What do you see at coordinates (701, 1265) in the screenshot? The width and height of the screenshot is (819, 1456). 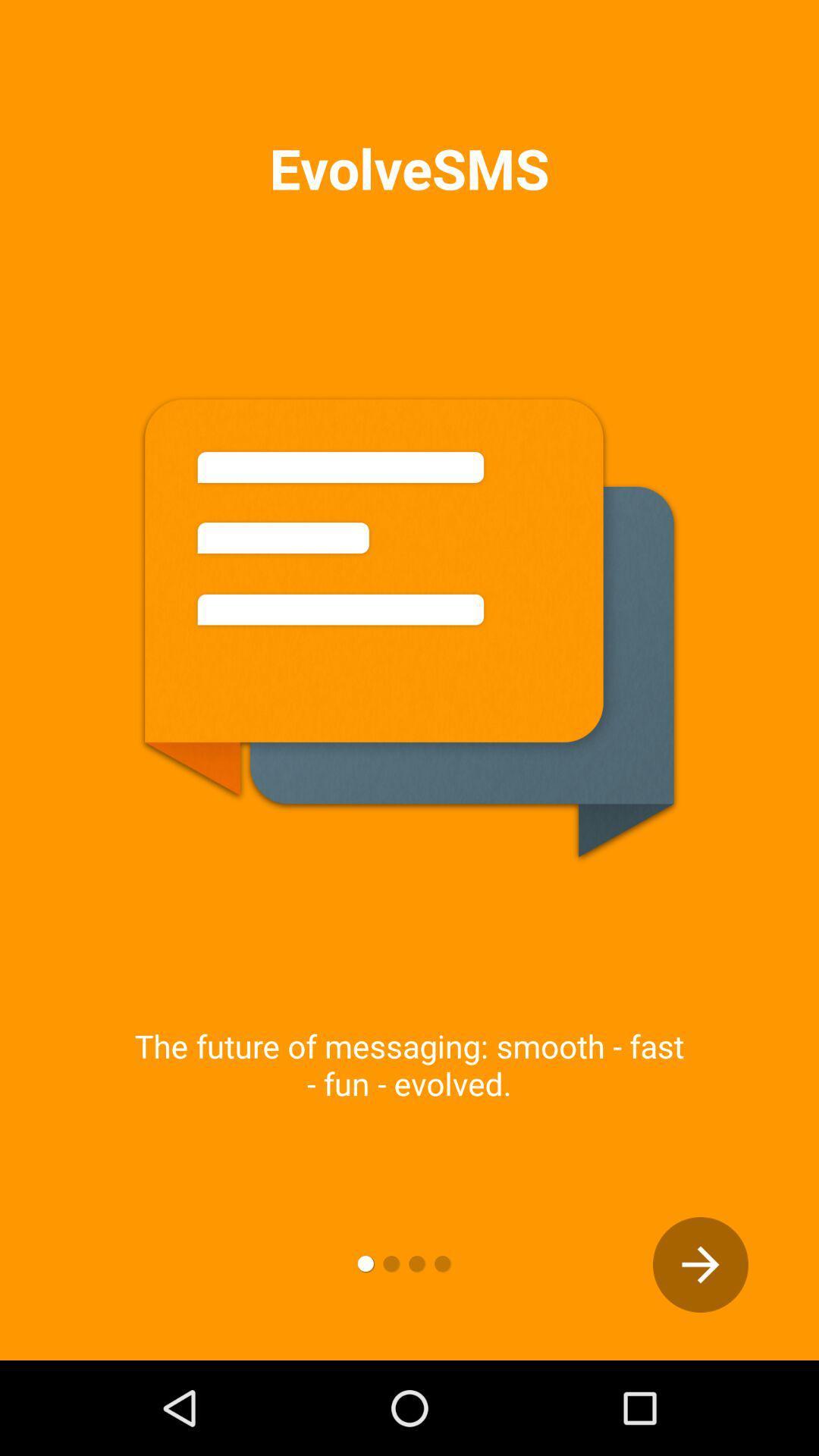 I see `the icon at the bottom right corner` at bounding box center [701, 1265].